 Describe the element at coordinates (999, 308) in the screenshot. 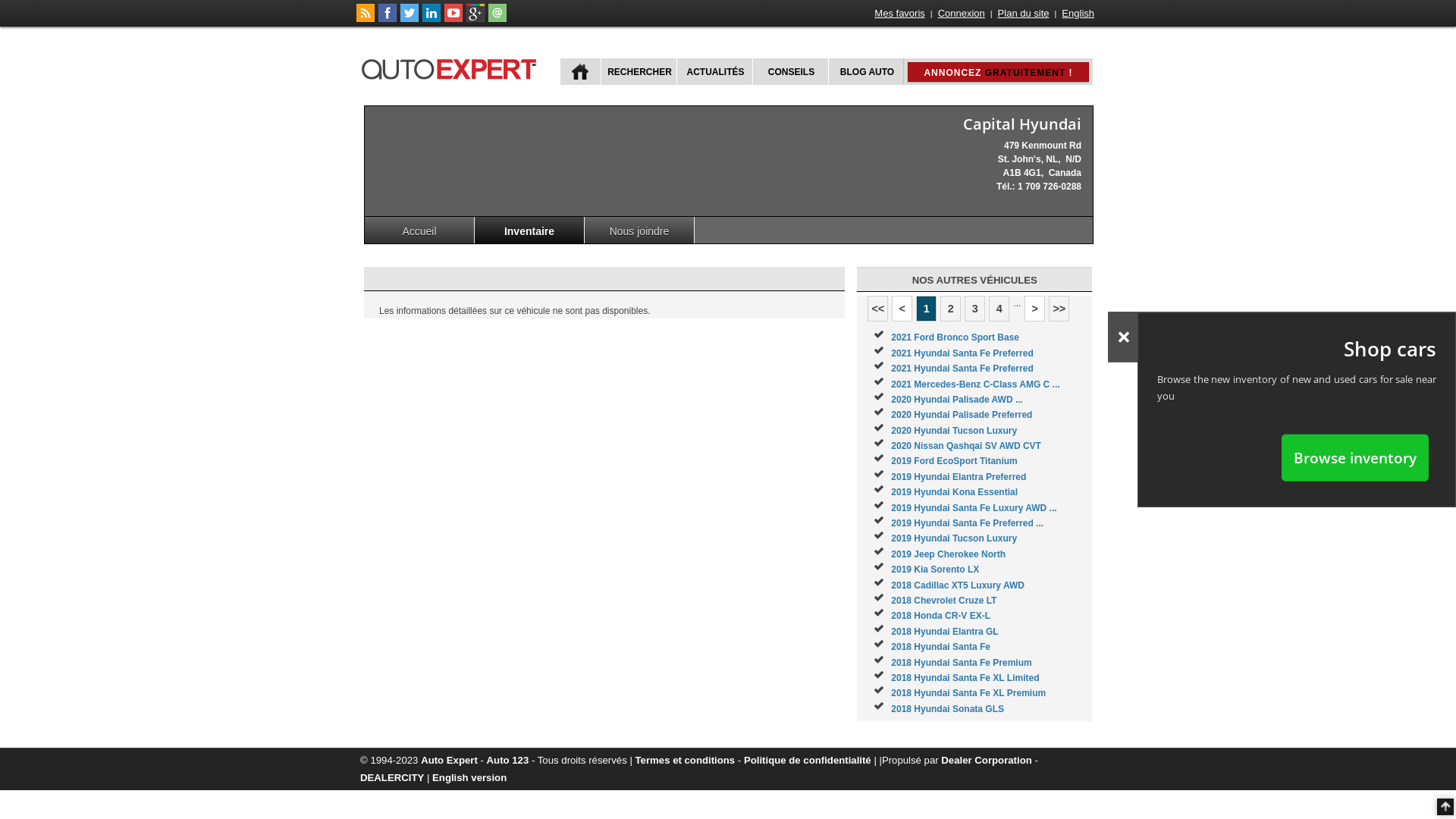

I see `'4'` at that location.